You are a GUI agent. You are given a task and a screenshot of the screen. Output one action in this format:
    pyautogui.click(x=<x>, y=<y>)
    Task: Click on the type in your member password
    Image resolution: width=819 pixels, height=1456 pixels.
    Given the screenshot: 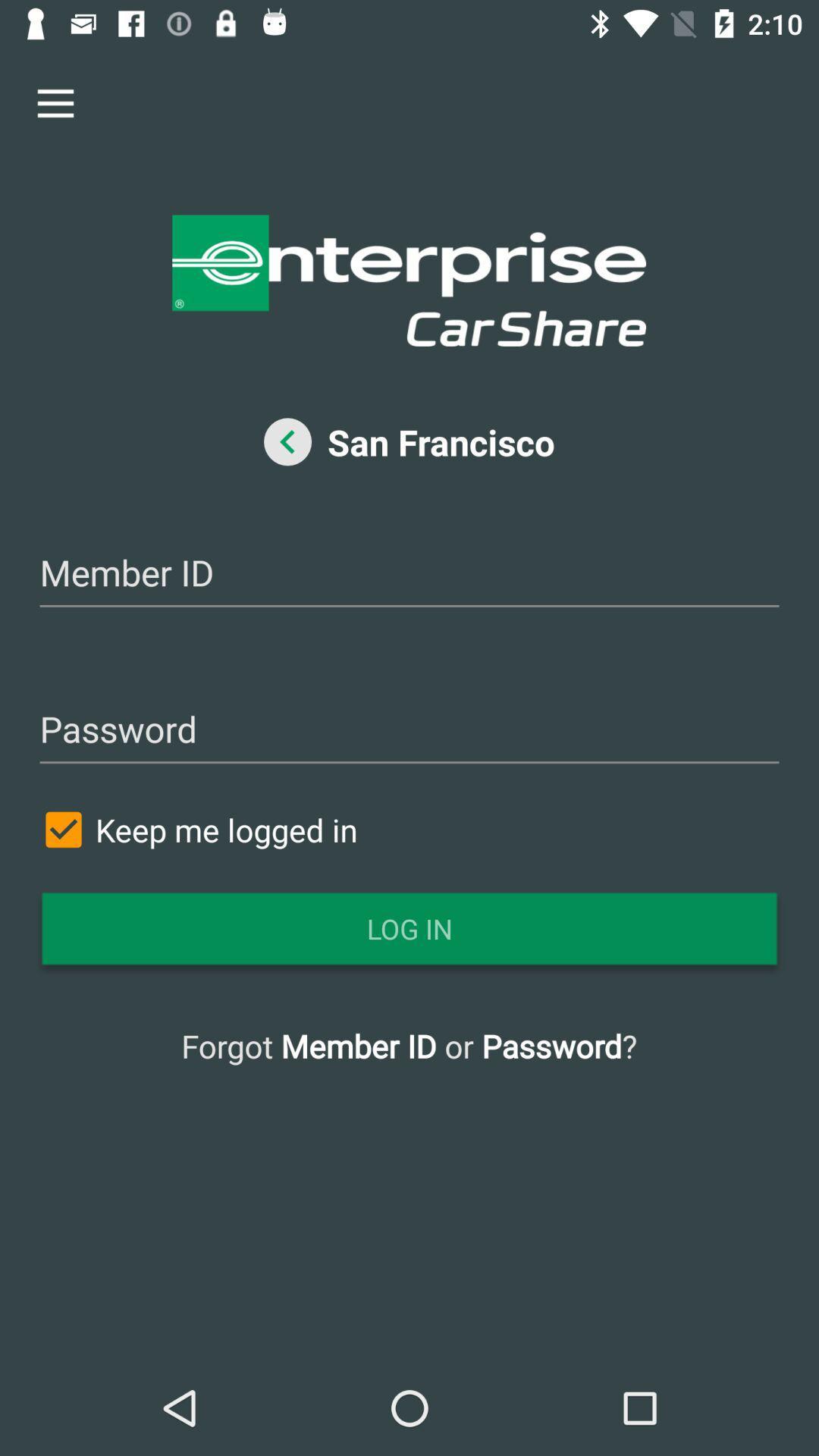 What is the action you would take?
    pyautogui.click(x=409, y=731)
    